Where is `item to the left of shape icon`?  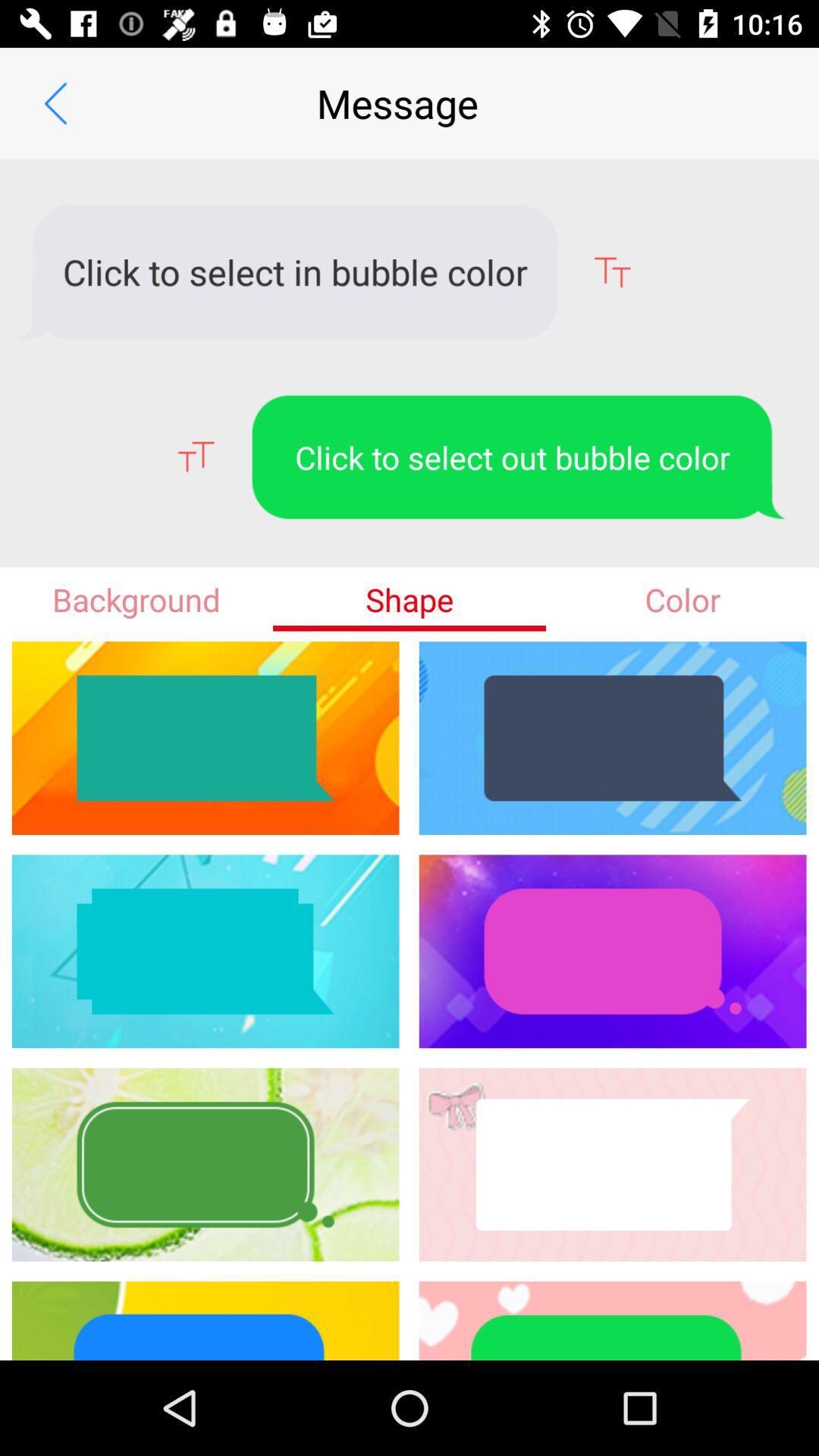 item to the left of shape icon is located at coordinates (136, 598).